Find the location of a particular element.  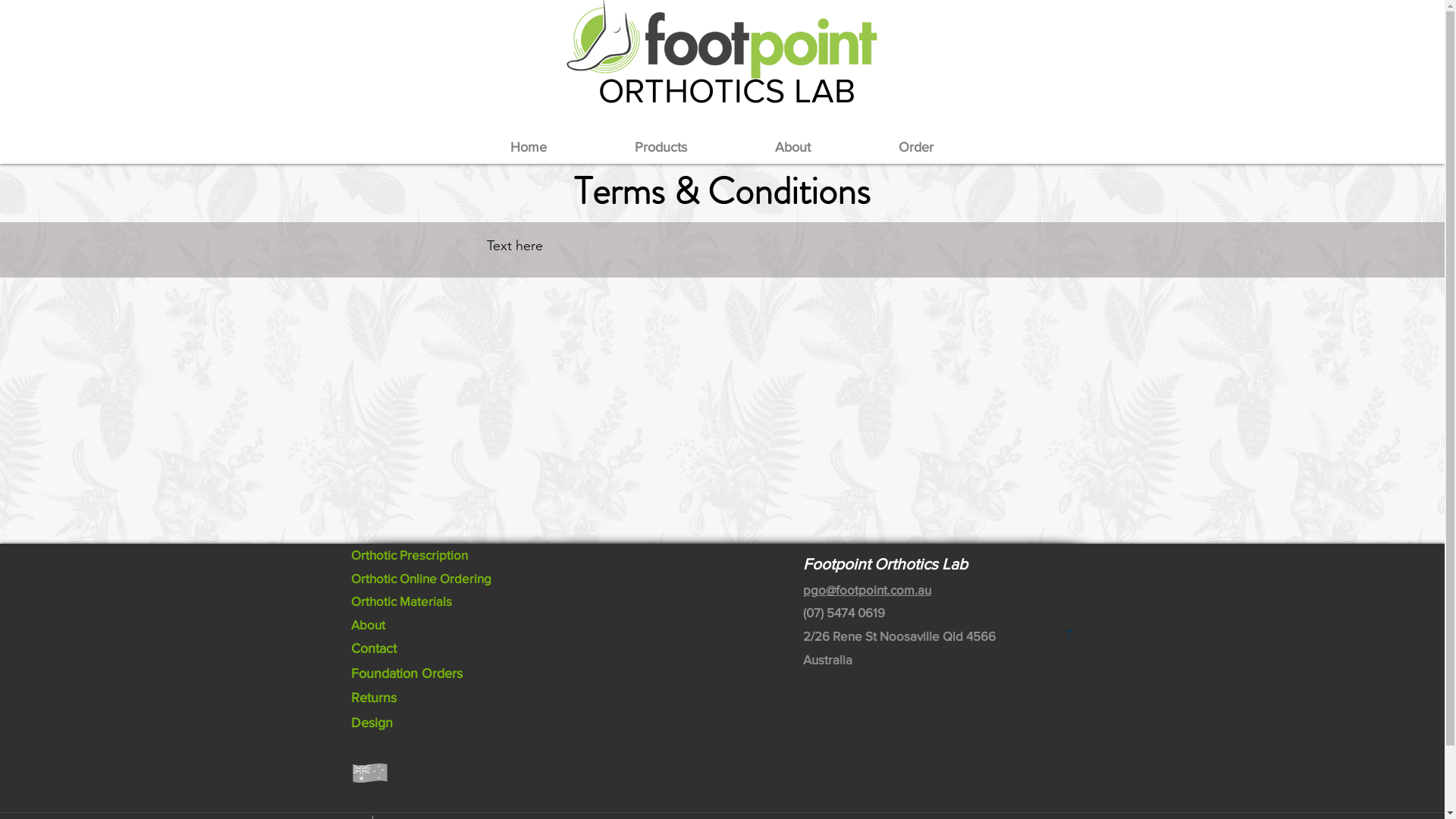

'Home' is located at coordinates (528, 147).